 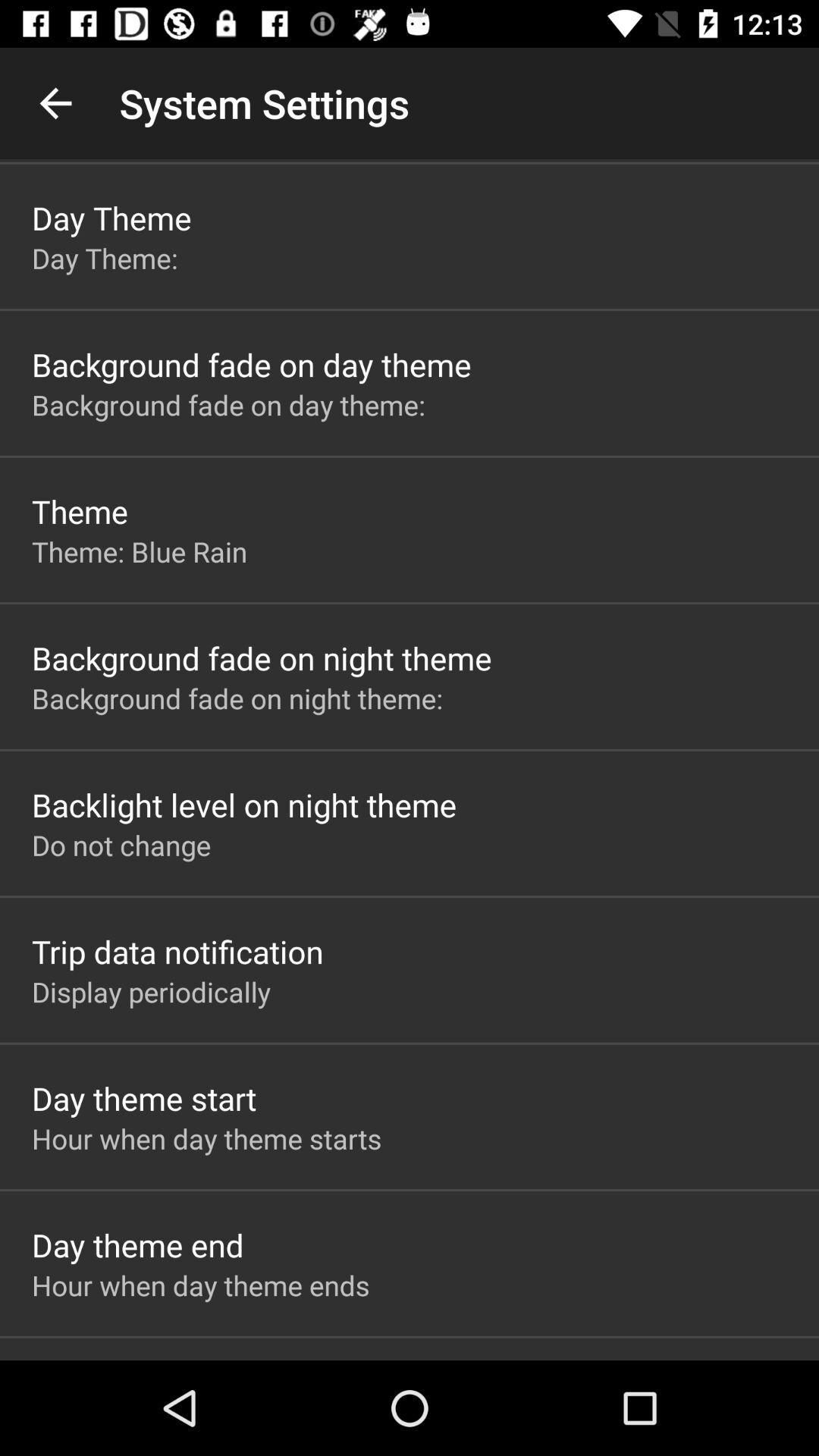 I want to click on the item next to system settings icon, so click(x=55, y=102).